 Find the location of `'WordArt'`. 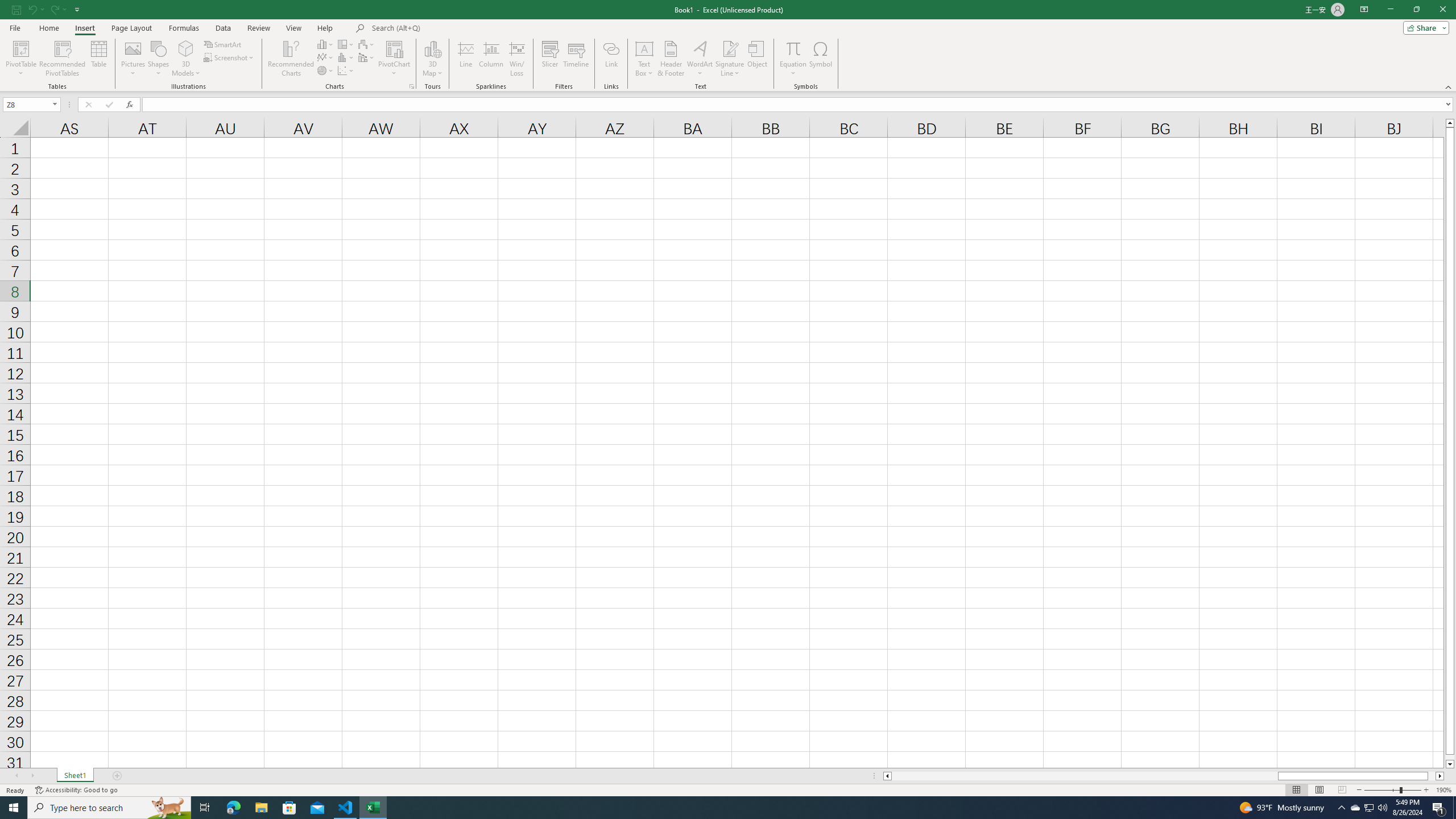

'WordArt' is located at coordinates (700, 59).